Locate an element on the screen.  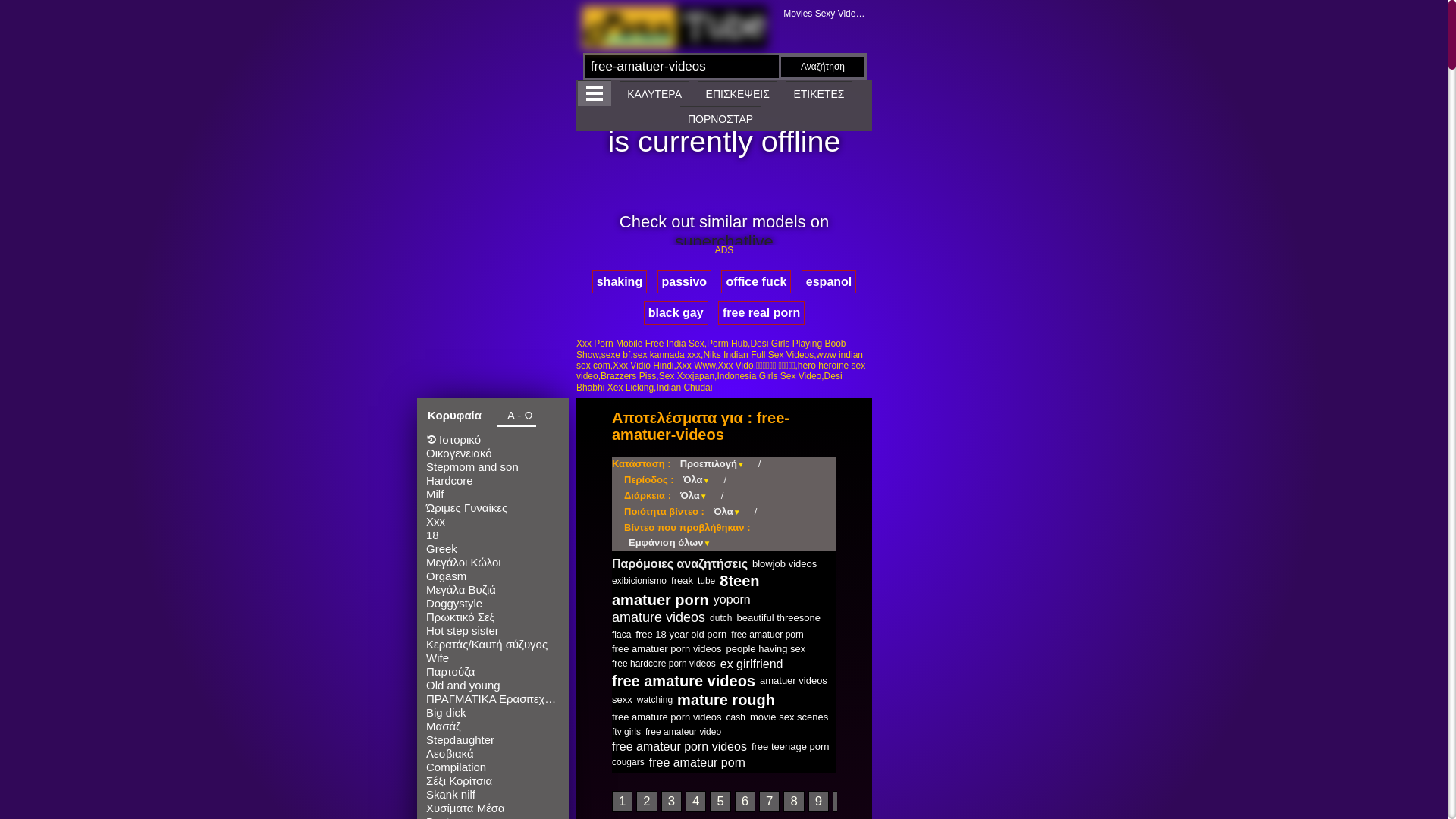
'3' is located at coordinates (670, 800).